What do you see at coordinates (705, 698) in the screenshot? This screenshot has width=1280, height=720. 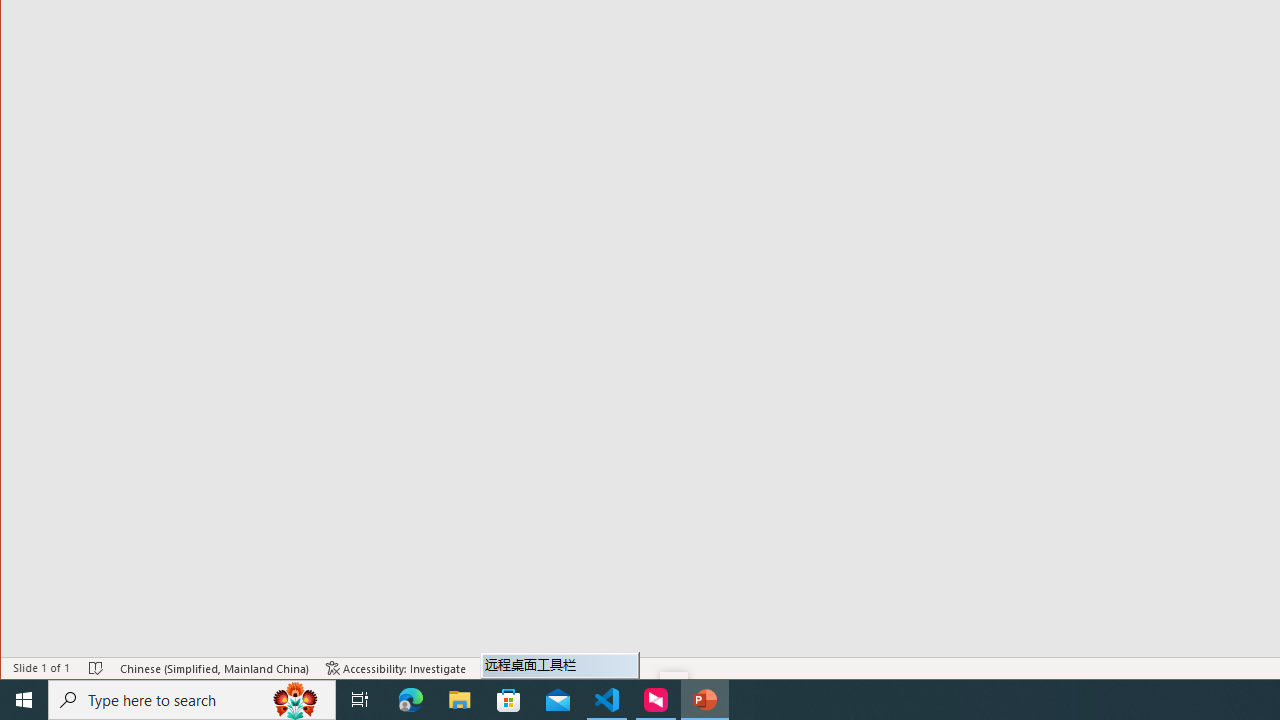 I see `'PowerPoint - 1 running window'` at bounding box center [705, 698].